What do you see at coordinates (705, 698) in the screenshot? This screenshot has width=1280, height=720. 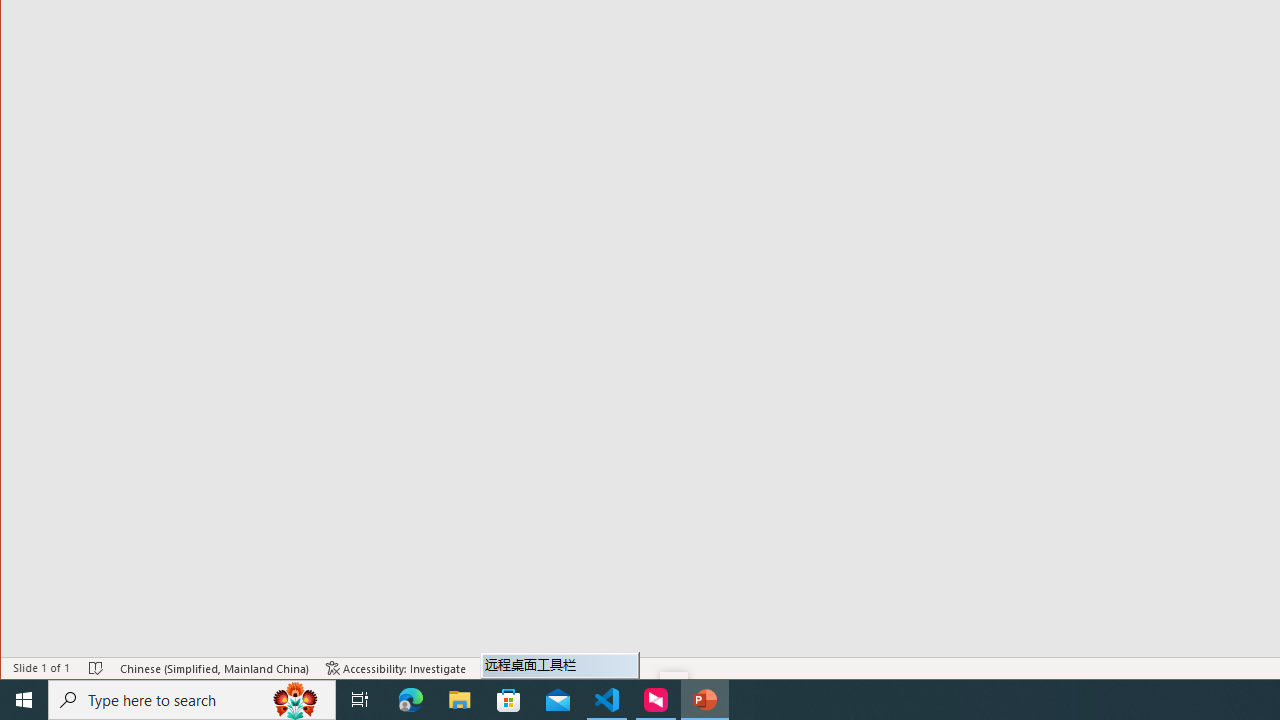 I see `'PowerPoint - 1 running window'` at bounding box center [705, 698].